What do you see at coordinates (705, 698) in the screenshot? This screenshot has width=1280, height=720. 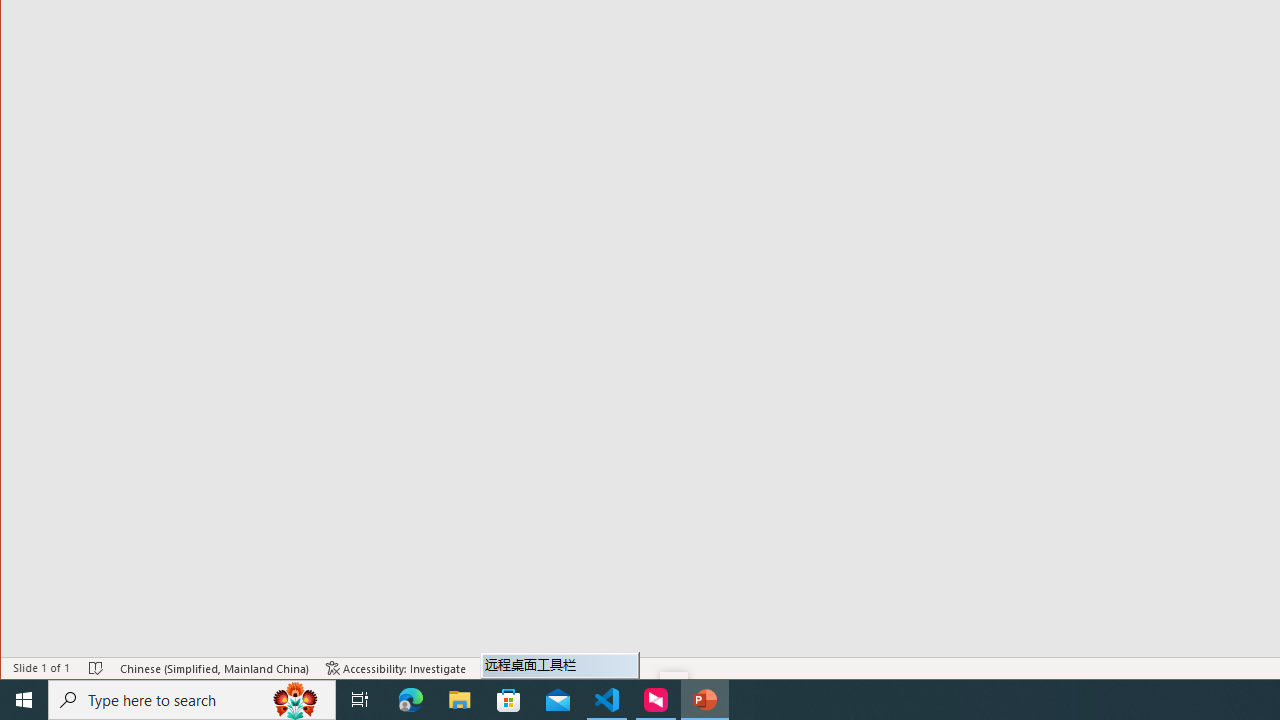 I see `'PowerPoint - 1 running window'` at bounding box center [705, 698].